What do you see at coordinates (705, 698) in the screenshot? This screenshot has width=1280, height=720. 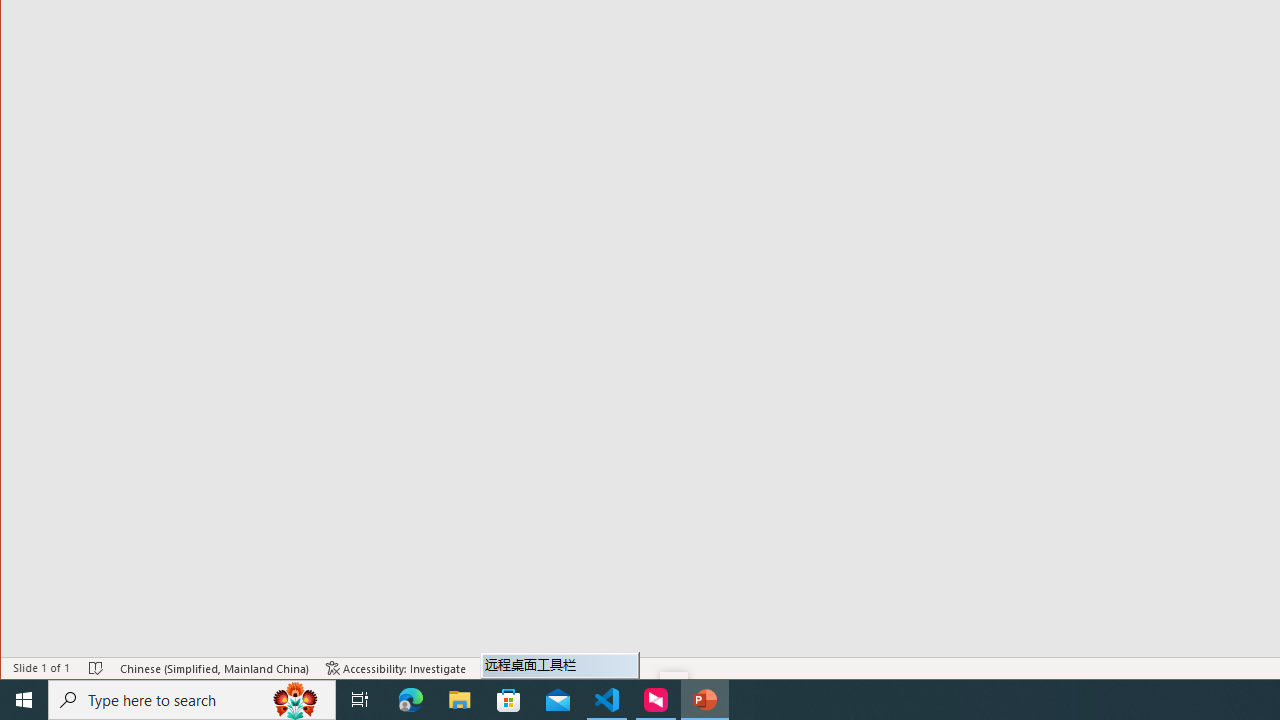 I see `'PowerPoint - 1 running window'` at bounding box center [705, 698].